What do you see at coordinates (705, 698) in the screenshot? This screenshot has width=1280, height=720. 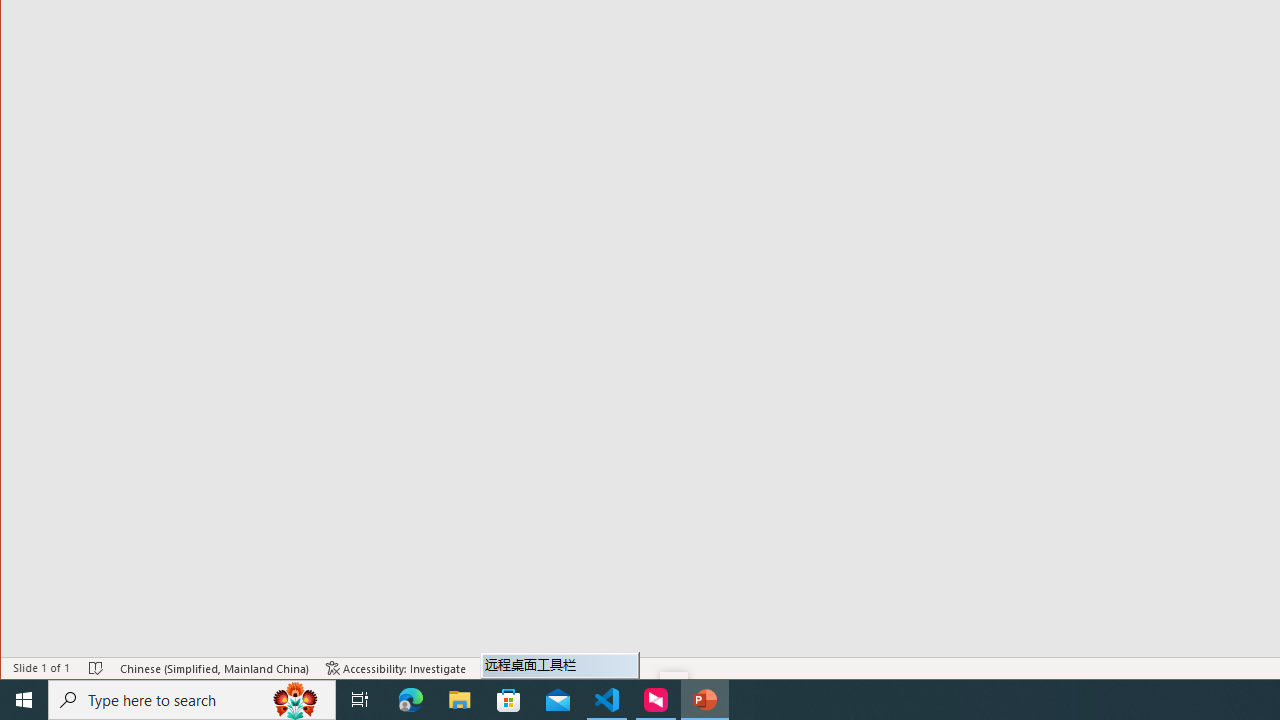 I see `'PowerPoint - 1 running window'` at bounding box center [705, 698].